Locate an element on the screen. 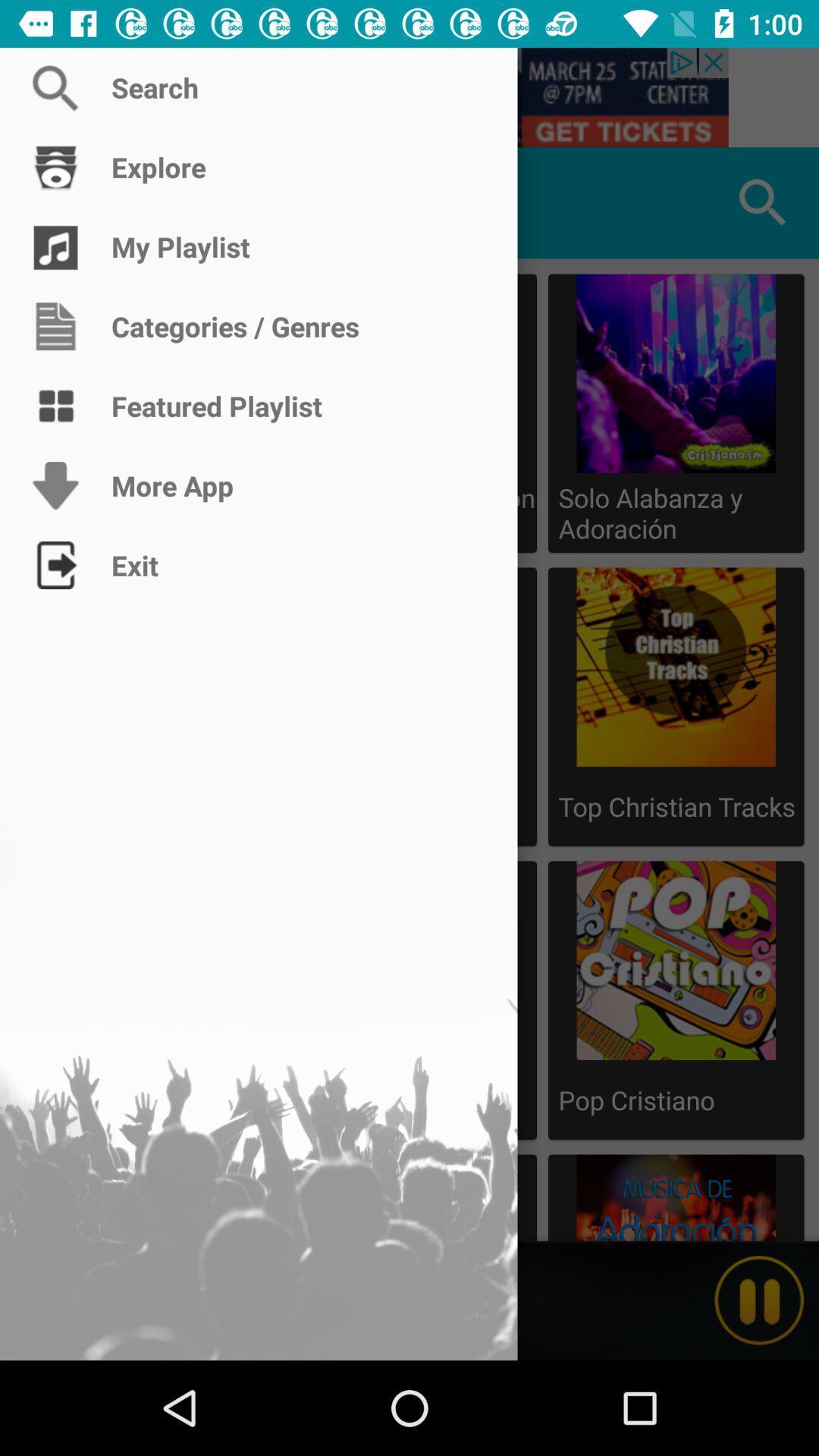  review available music is located at coordinates (55, 202).